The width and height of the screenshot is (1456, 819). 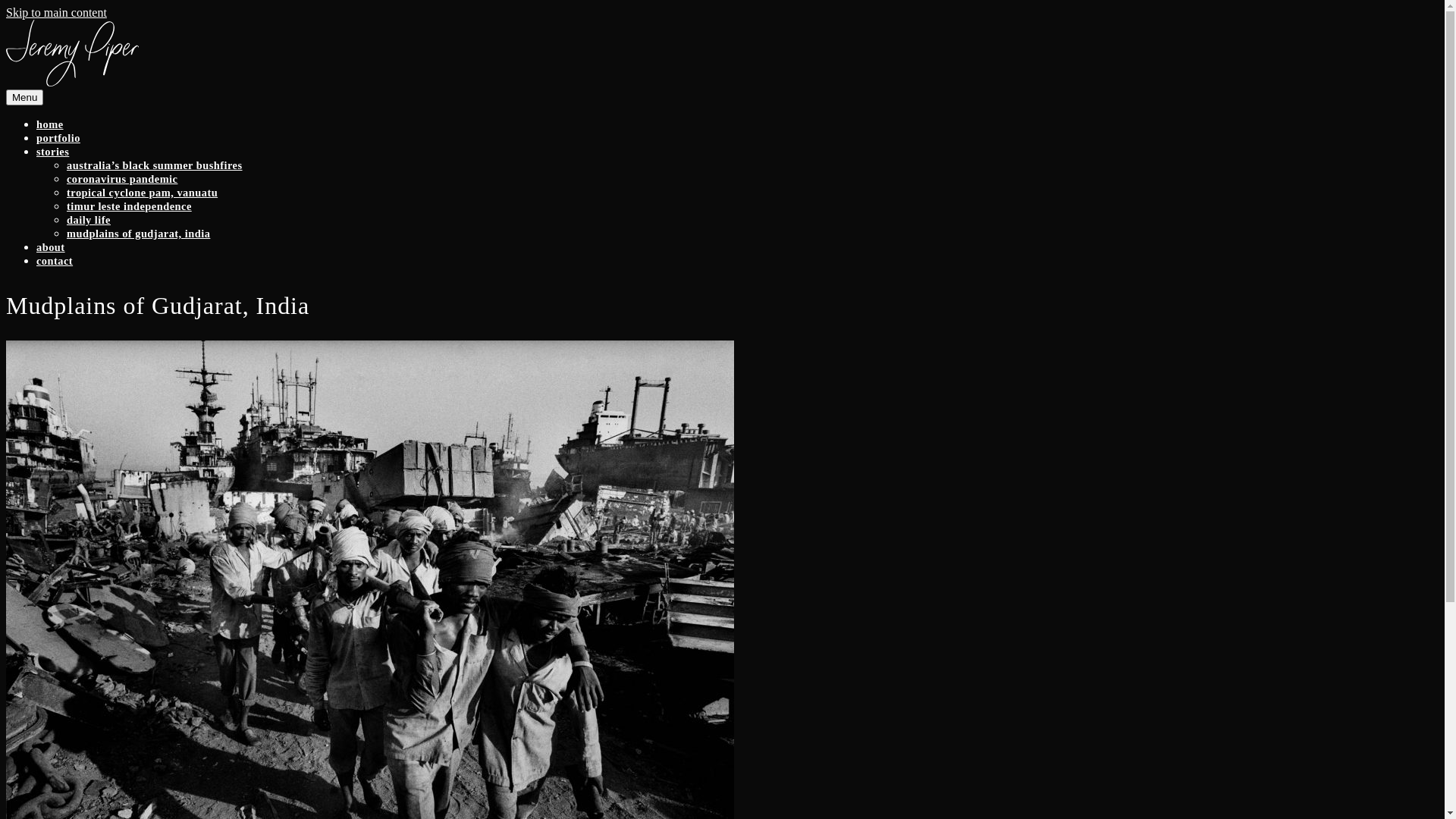 What do you see at coordinates (65, 192) in the screenshot?
I see `'tropical cyclone pam, vanuatu'` at bounding box center [65, 192].